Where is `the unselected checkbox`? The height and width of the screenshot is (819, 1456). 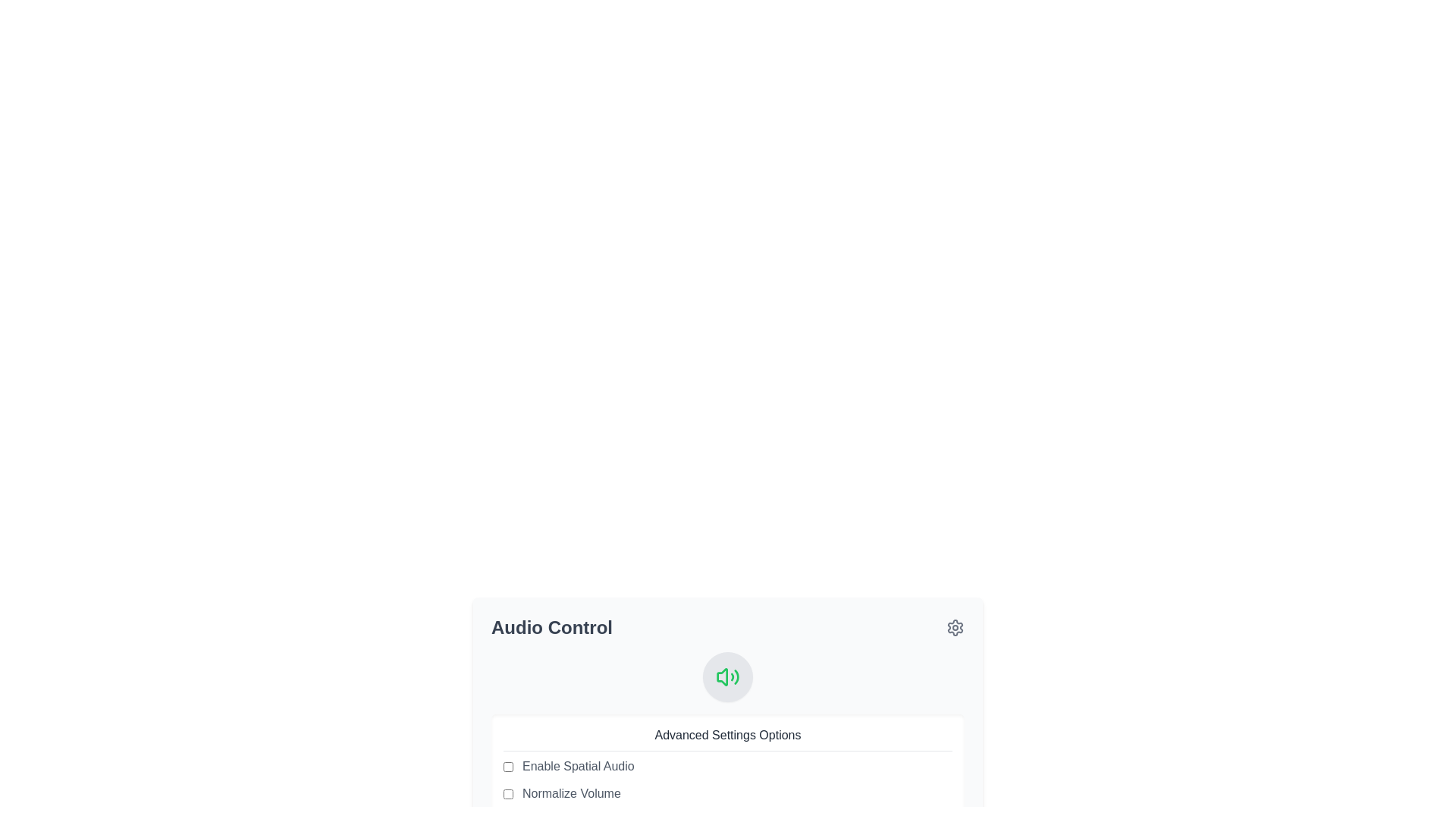 the unselected checkbox is located at coordinates (508, 766).